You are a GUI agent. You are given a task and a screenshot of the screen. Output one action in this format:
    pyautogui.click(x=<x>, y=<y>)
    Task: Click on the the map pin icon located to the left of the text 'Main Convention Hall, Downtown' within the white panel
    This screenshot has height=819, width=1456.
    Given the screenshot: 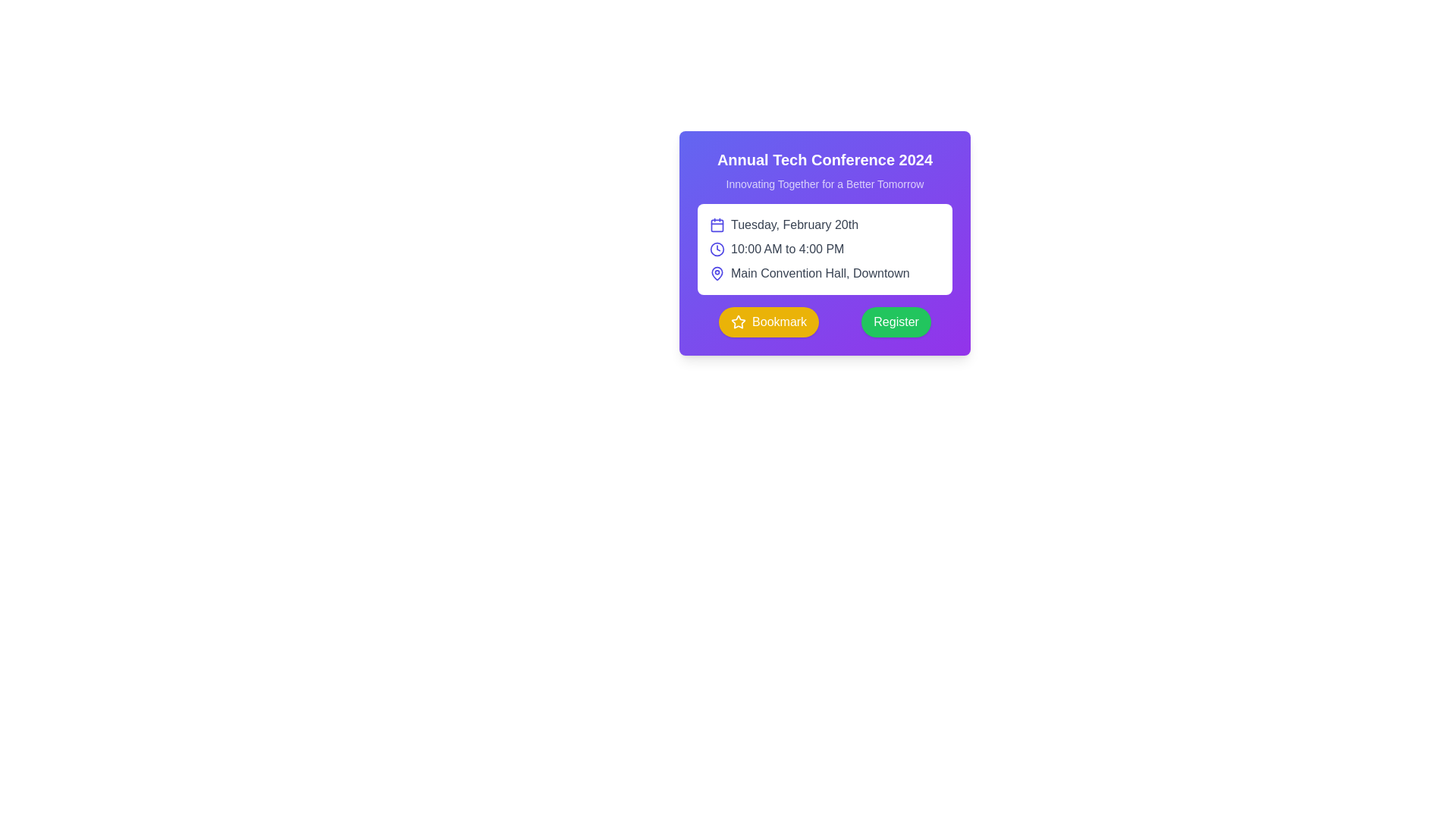 What is the action you would take?
    pyautogui.click(x=716, y=271)
    